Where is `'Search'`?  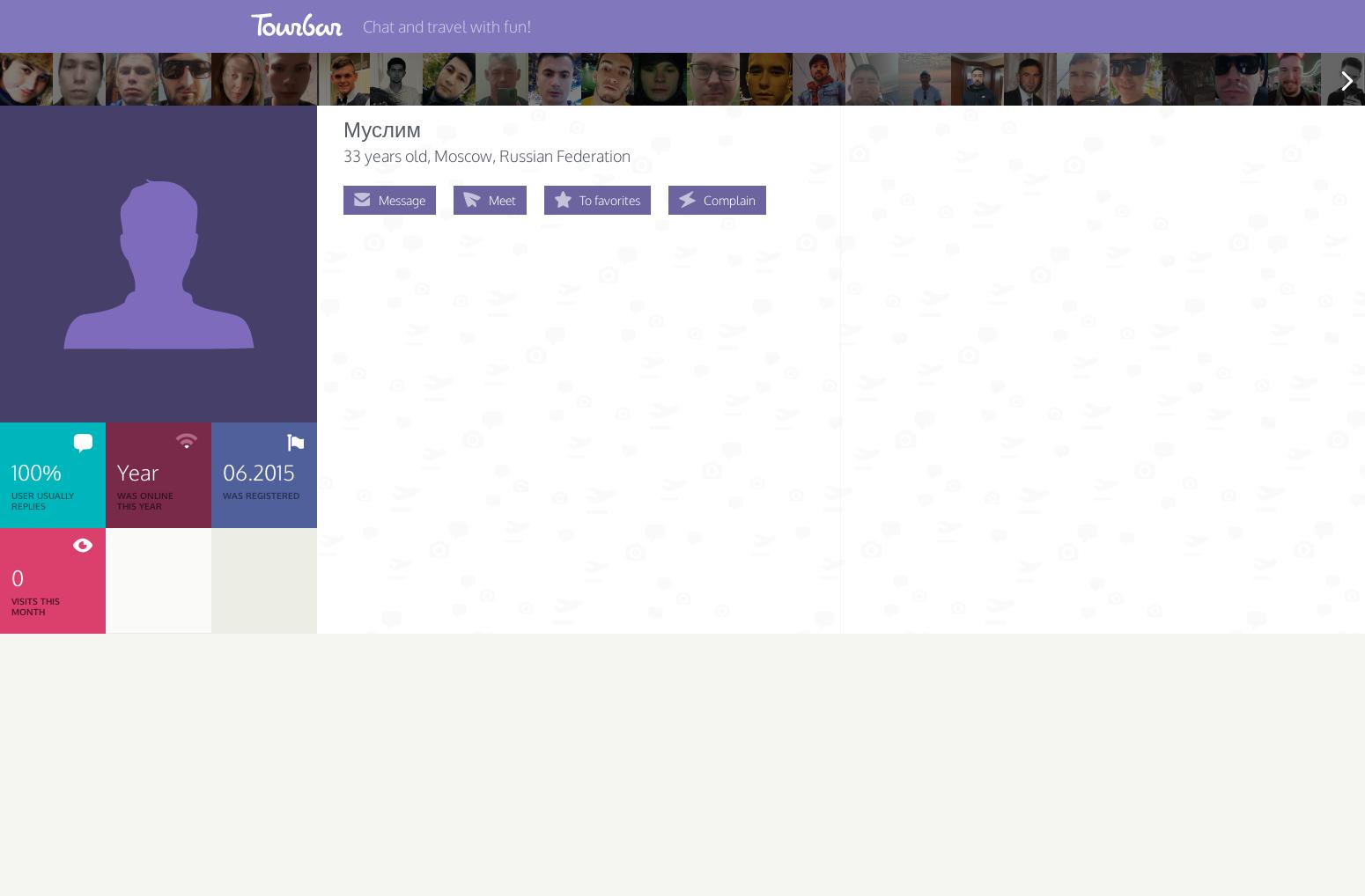 'Search' is located at coordinates (40, 180).